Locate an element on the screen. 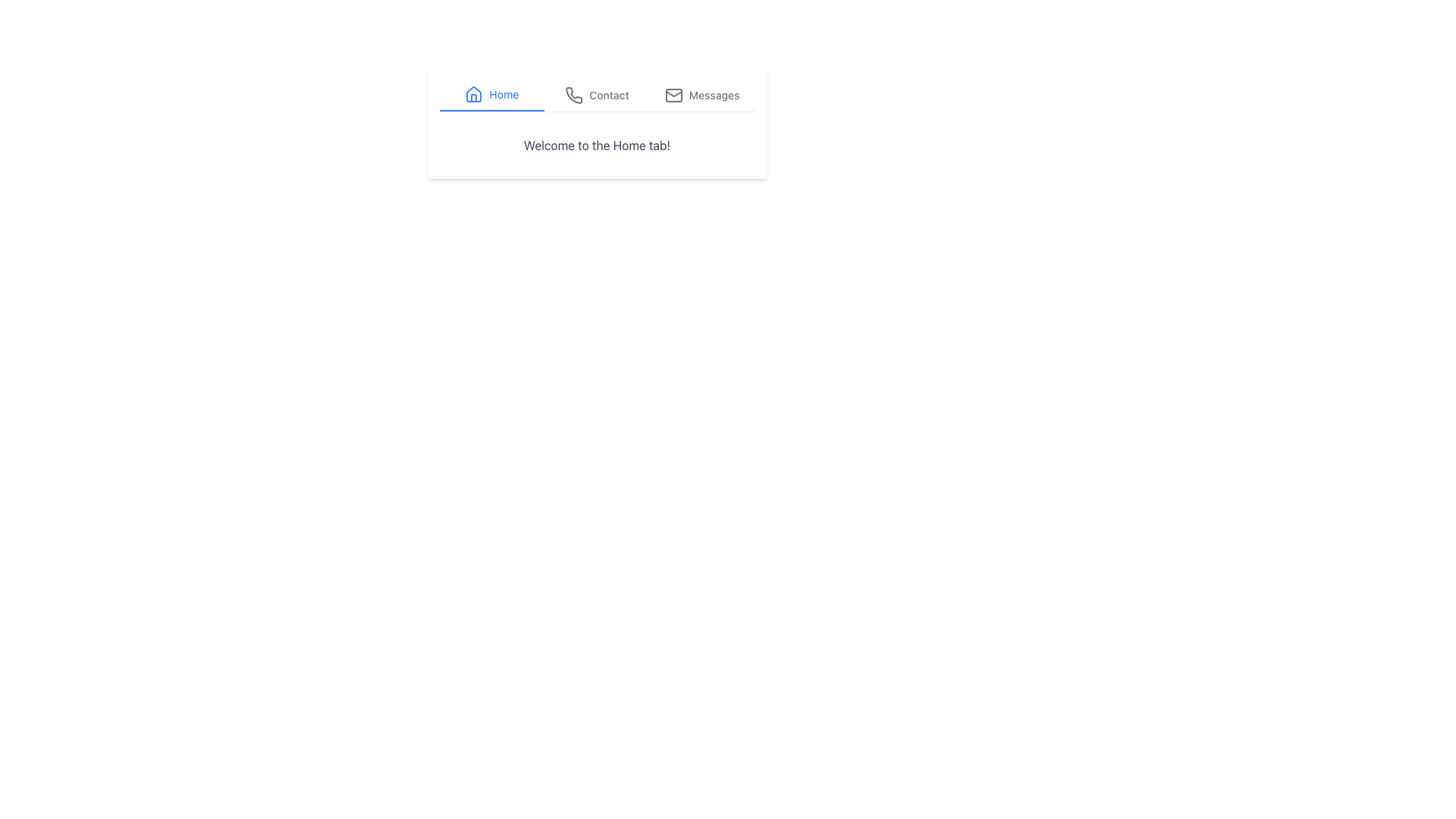 The width and height of the screenshot is (1456, 819). the envelope icon that is part of the 'Messages' navigation segment, which is styled with a minimalistic, outlined design is located at coordinates (673, 96).